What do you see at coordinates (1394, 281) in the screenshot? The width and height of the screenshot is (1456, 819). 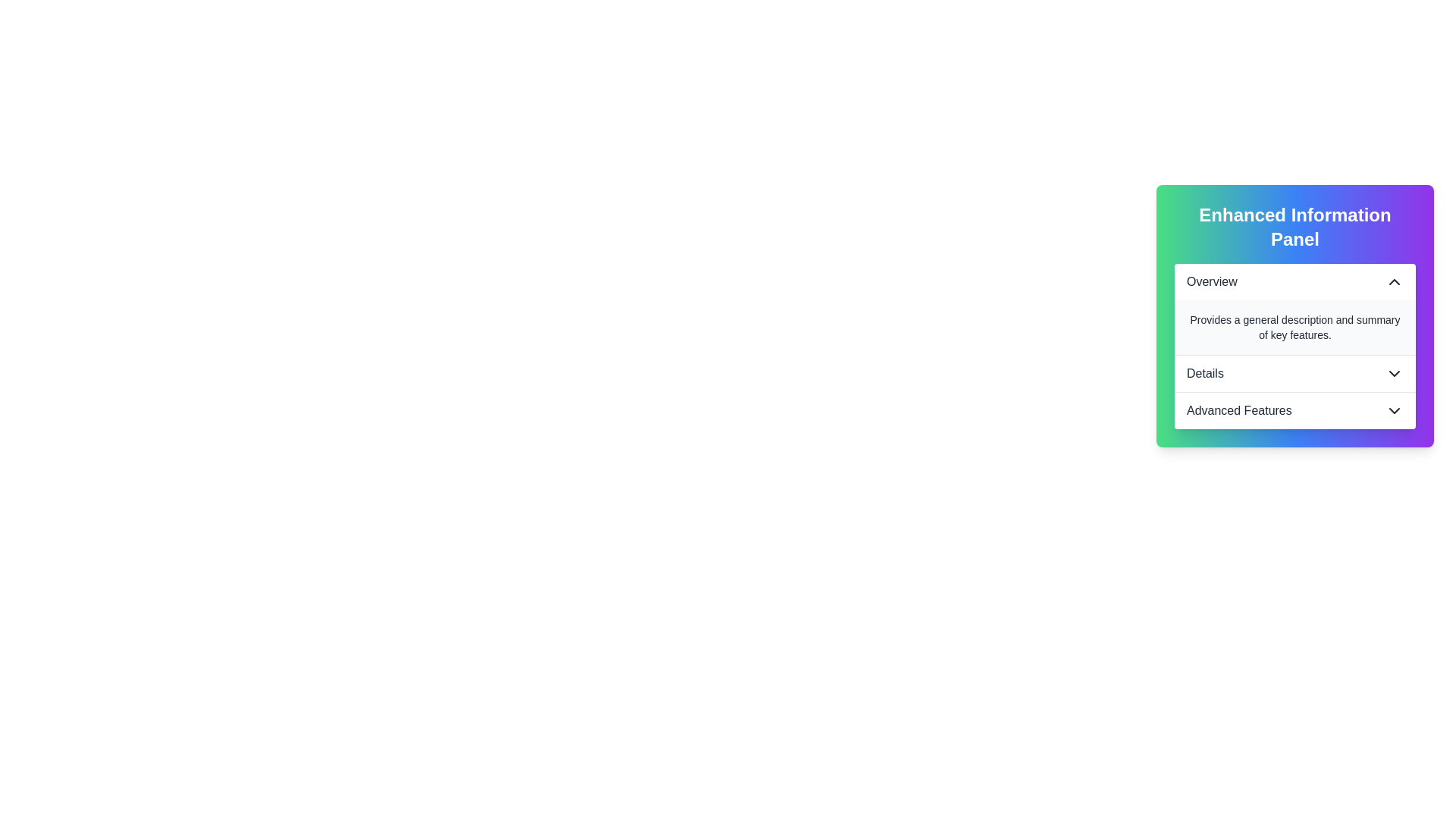 I see `the chevron icon located to the far right of the 'Overview' header section in the Enhanced Information Panel` at bounding box center [1394, 281].